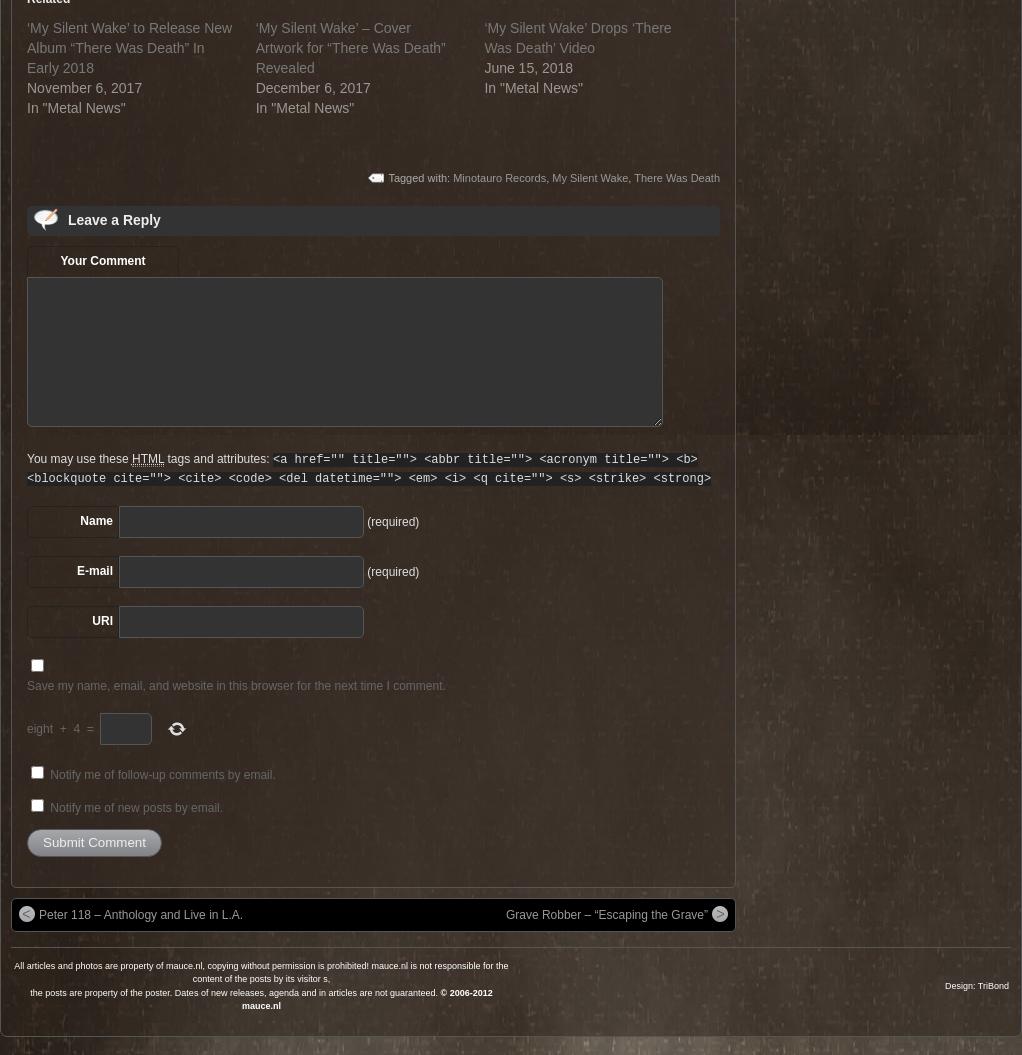  Describe the element at coordinates (25, 727) in the screenshot. I see `'eight'` at that location.